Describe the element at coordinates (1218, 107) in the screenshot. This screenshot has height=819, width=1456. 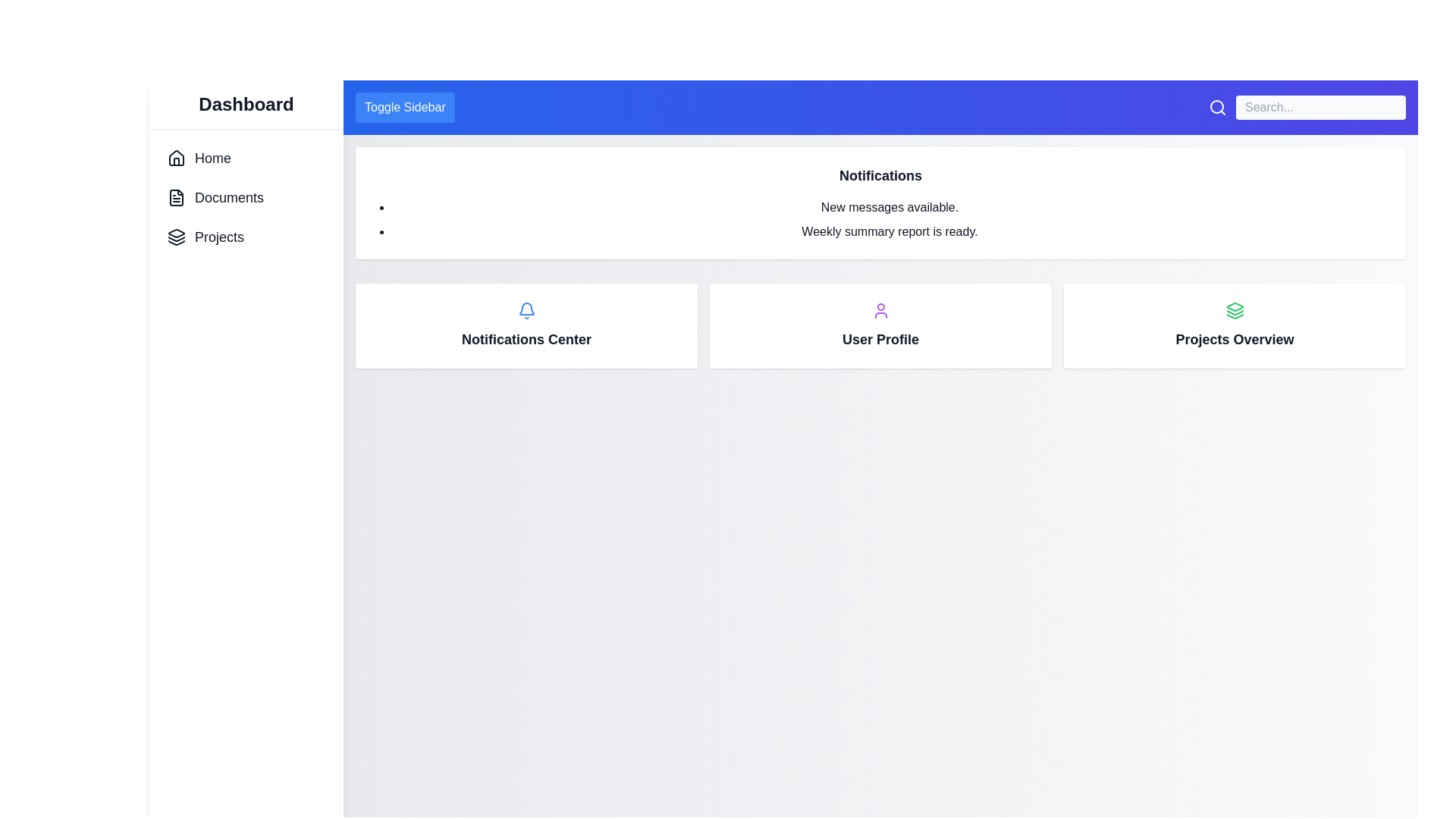
I see `the search icon, which is a modern SVG icon resembling a magnifying glass, located on the blue header bar to the left of the search input field` at that location.